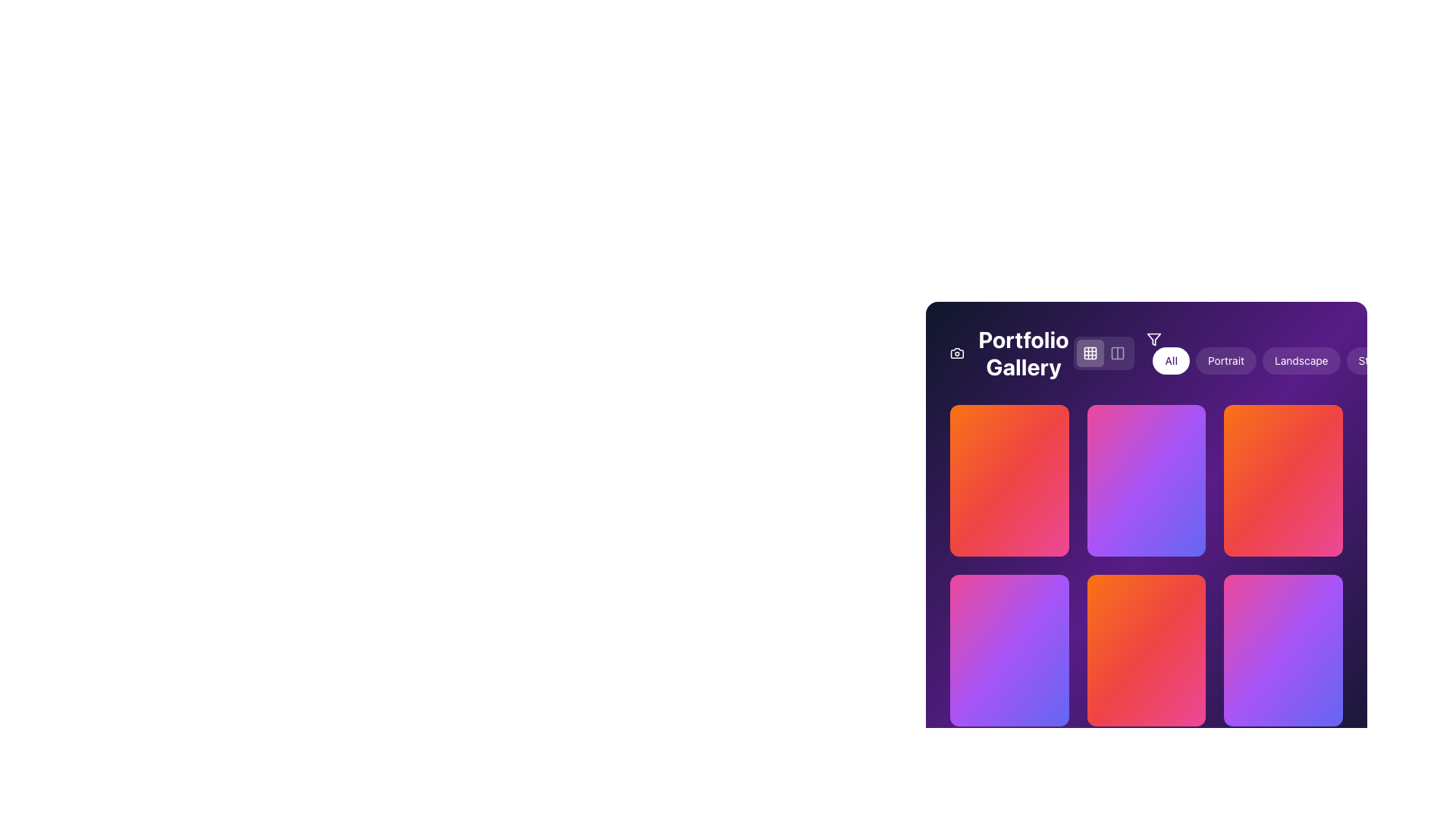  Describe the element at coordinates (1104, 353) in the screenshot. I see `the grid view toggle button located near the top-center of the interface, adjacent to 'Portfolio Gallery' and the button with two vertical bars` at that location.